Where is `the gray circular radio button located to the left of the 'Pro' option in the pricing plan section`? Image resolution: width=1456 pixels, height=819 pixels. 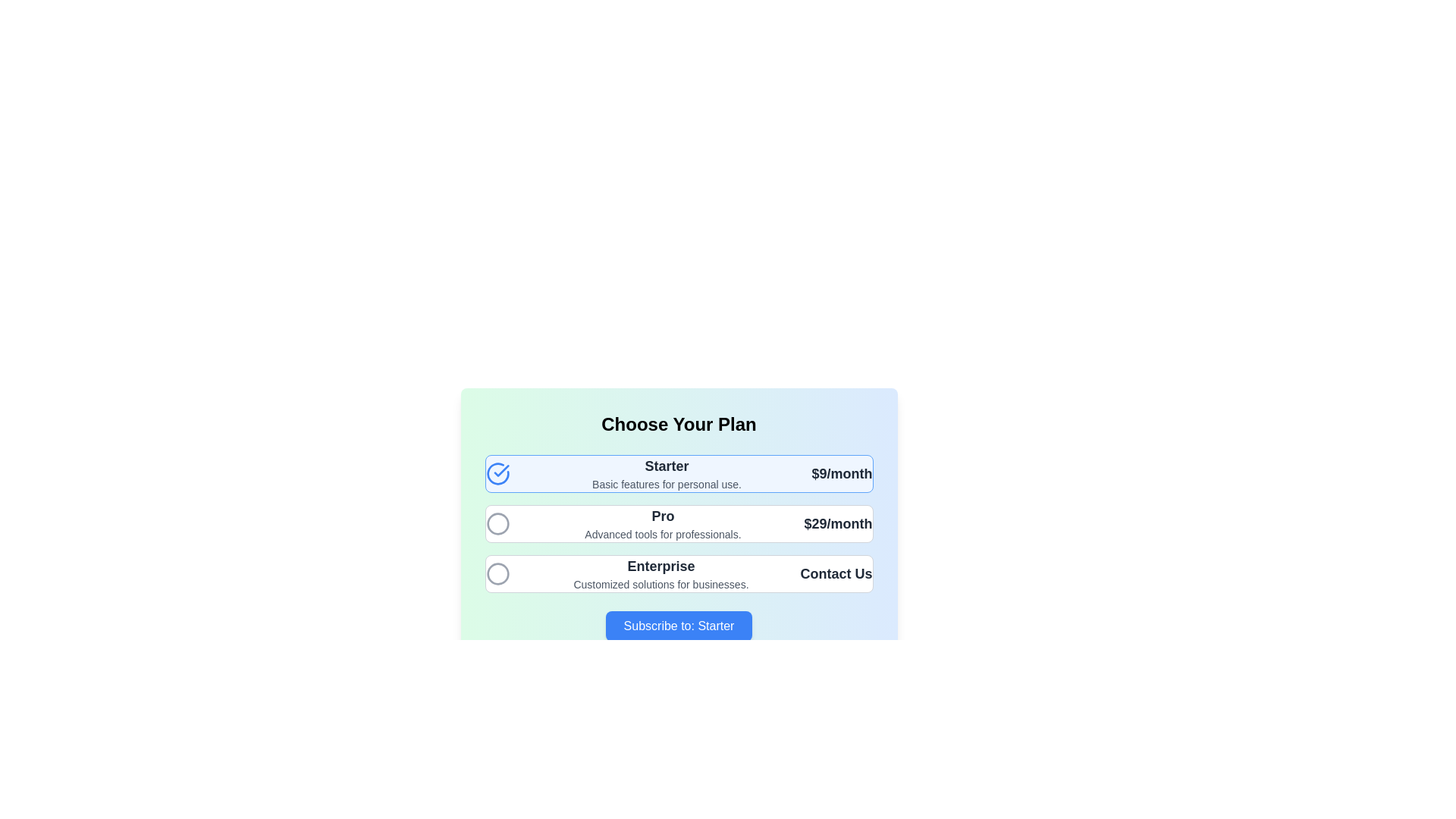
the gray circular radio button located to the left of the 'Pro' option in the pricing plan section is located at coordinates (497, 522).